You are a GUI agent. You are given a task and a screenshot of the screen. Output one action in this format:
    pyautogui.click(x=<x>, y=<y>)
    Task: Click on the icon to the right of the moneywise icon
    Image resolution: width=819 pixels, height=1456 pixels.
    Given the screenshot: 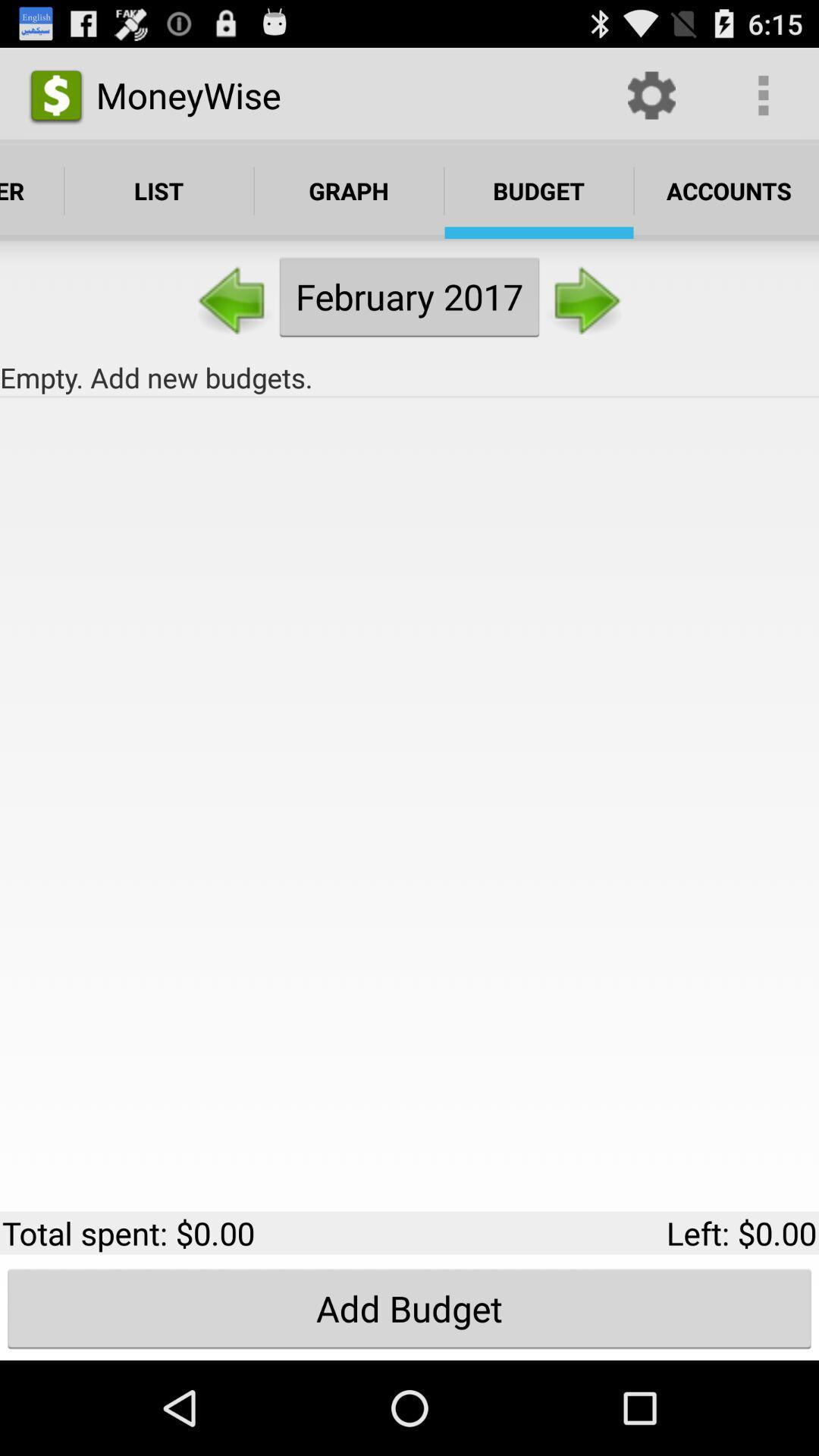 What is the action you would take?
    pyautogui.click(x=651, y=94)
    